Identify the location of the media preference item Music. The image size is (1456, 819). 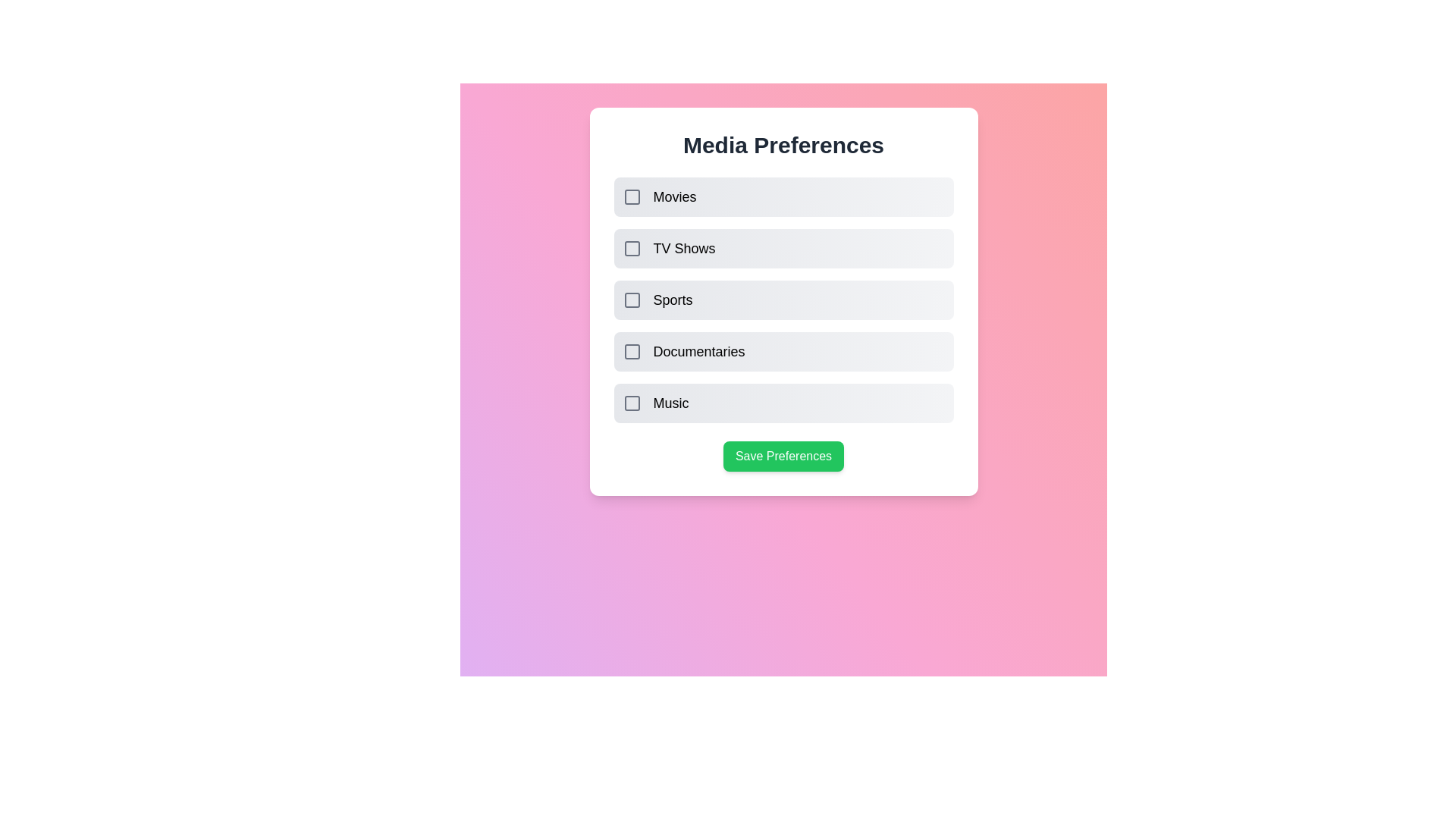
(632, 403).